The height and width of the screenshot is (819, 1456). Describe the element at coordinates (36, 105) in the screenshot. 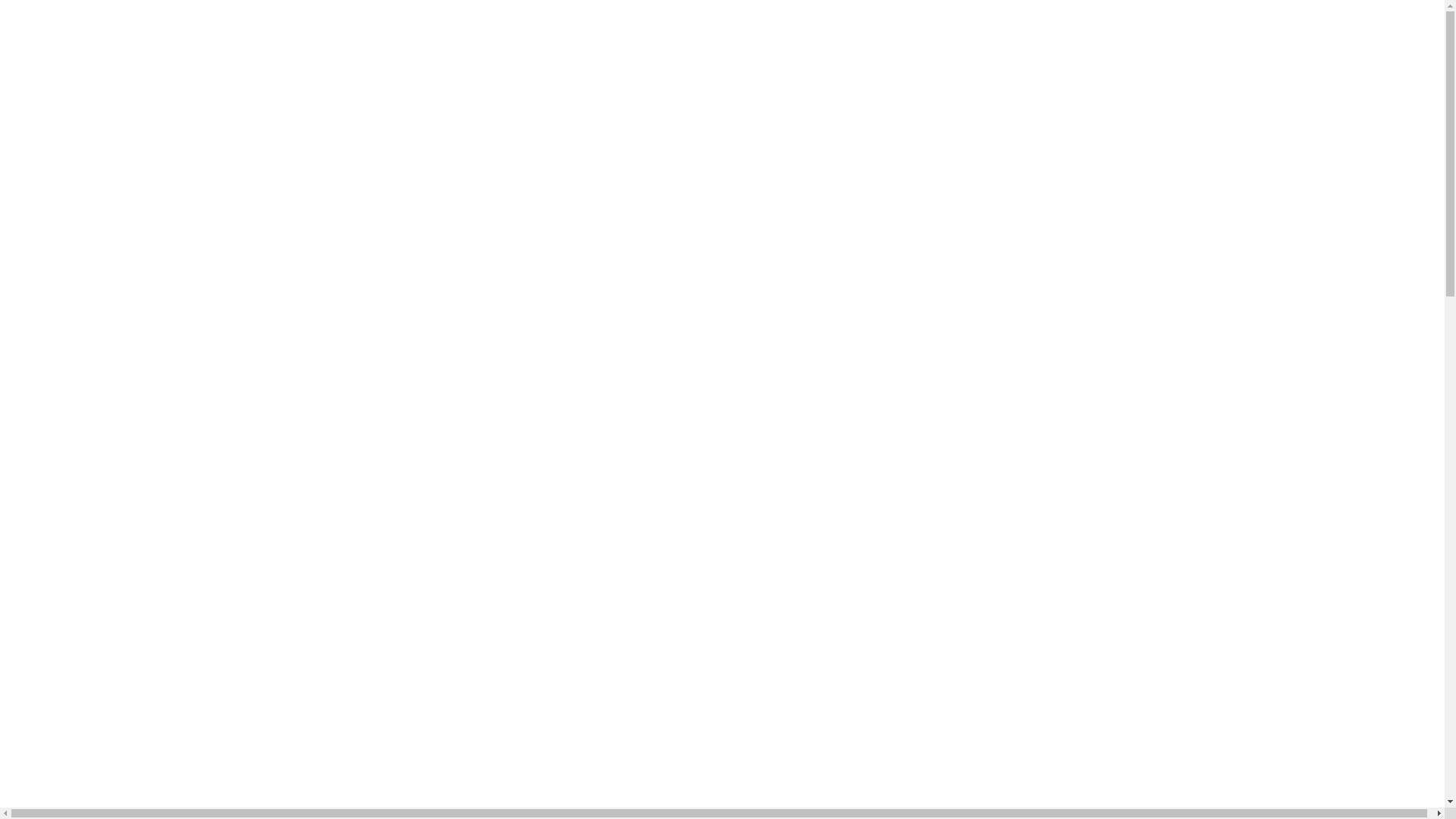

I see `'ORDER'` at that location.